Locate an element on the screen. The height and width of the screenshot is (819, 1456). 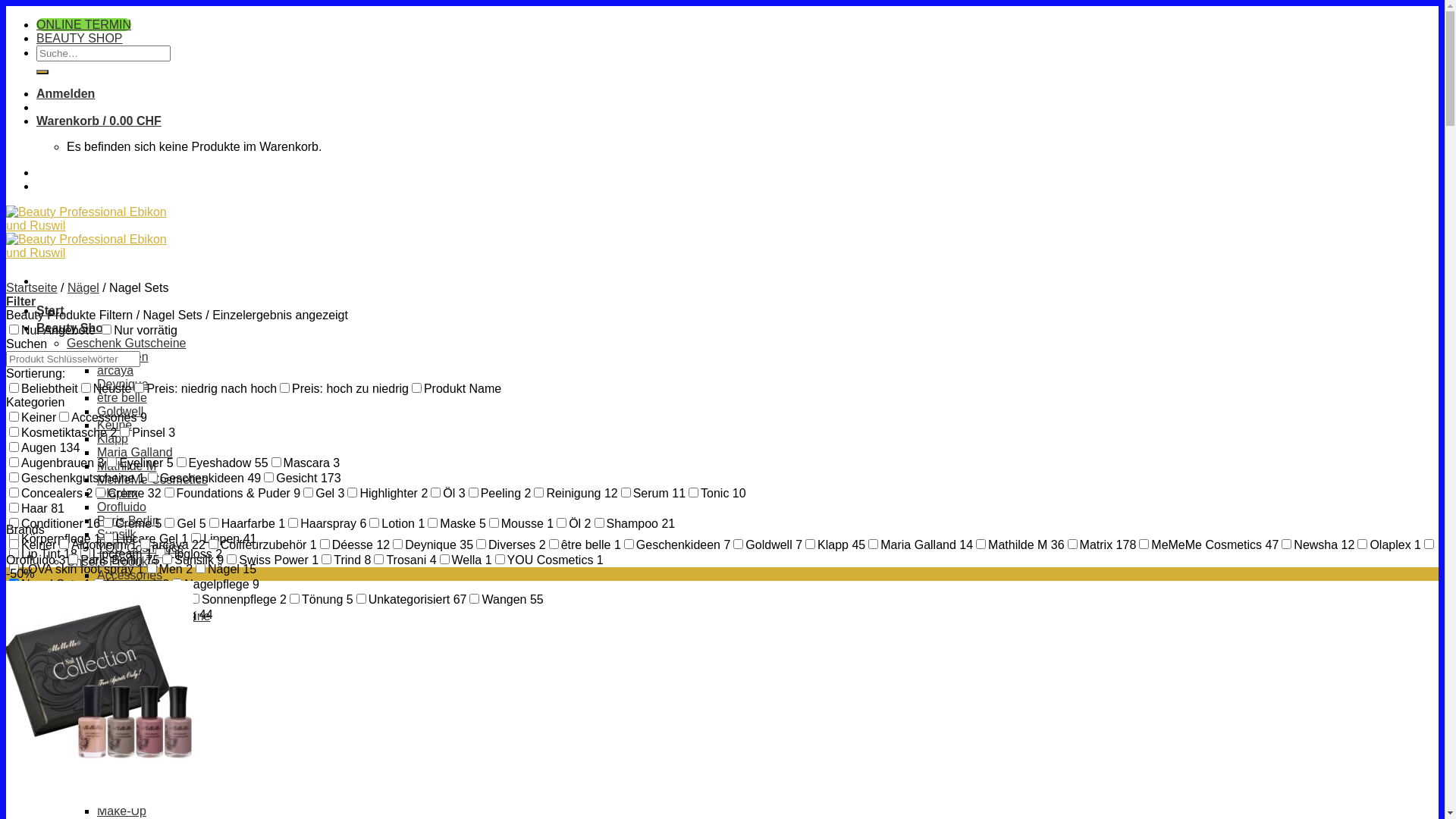
'BEAUTY SHOP' is located at coordinates (79, 37).